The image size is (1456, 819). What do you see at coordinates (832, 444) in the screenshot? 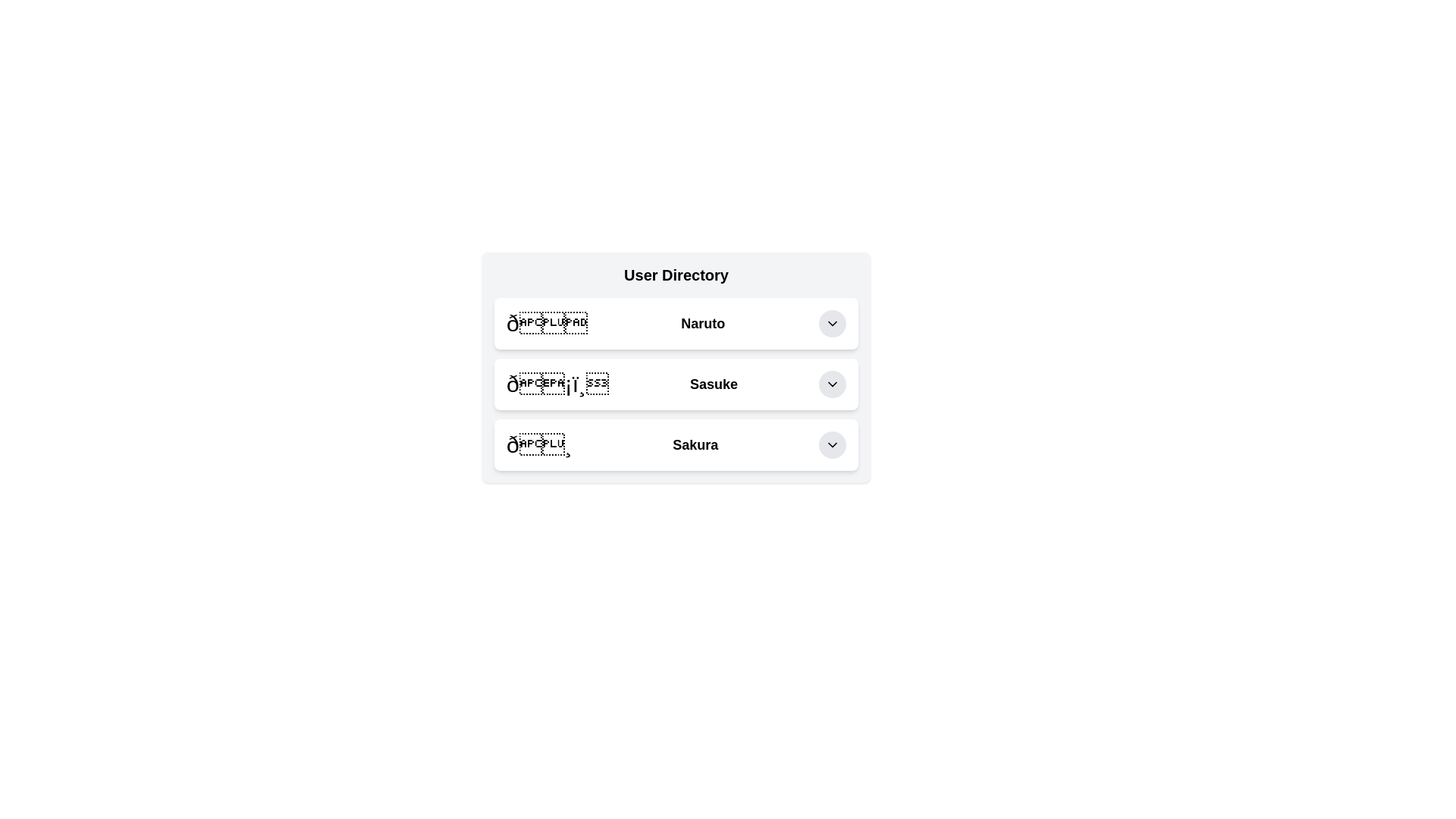
I see `the circular Dropdown toggle button with a light gray background and a downward-facing chevron icon, located at the rightmost end of the 'Sakura' row` at bounding box center [832, 444].